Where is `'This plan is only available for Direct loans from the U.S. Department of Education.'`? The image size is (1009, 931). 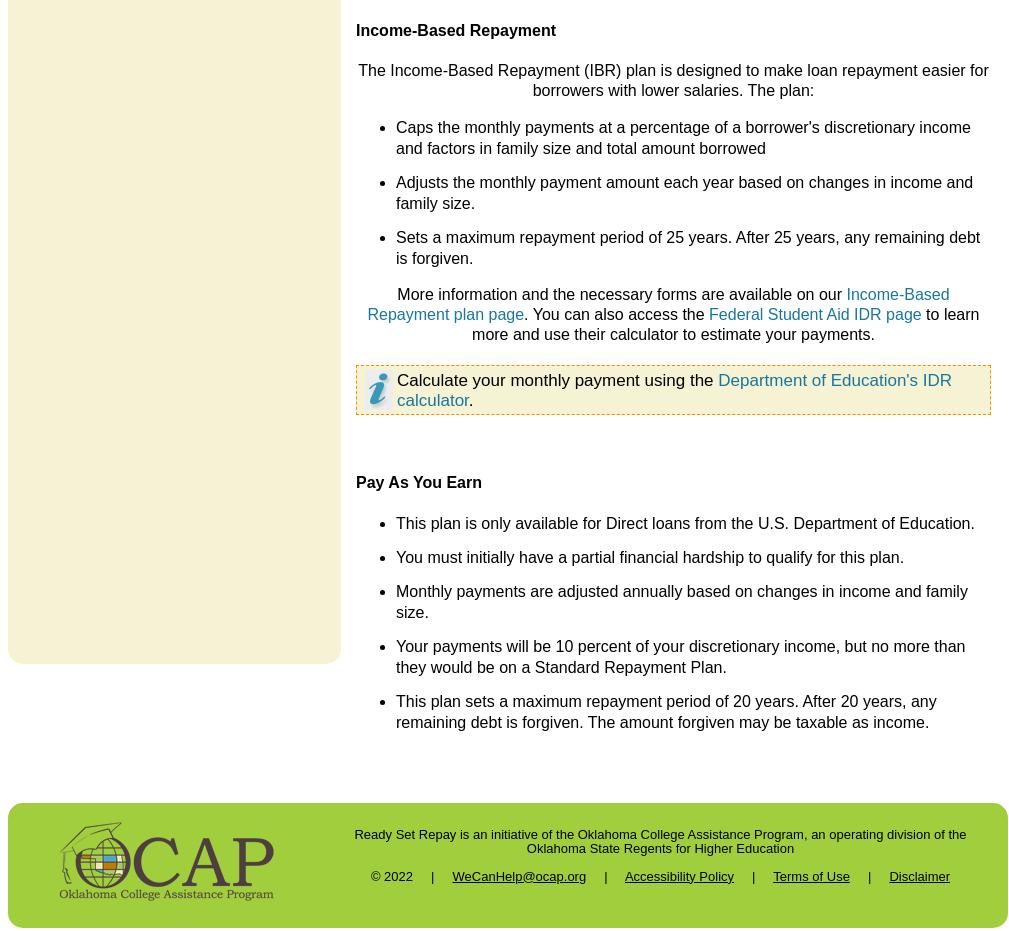 'This plan is only available for Direct loans from the U.S. Department of Education.' is located at coordinates (685, 523).